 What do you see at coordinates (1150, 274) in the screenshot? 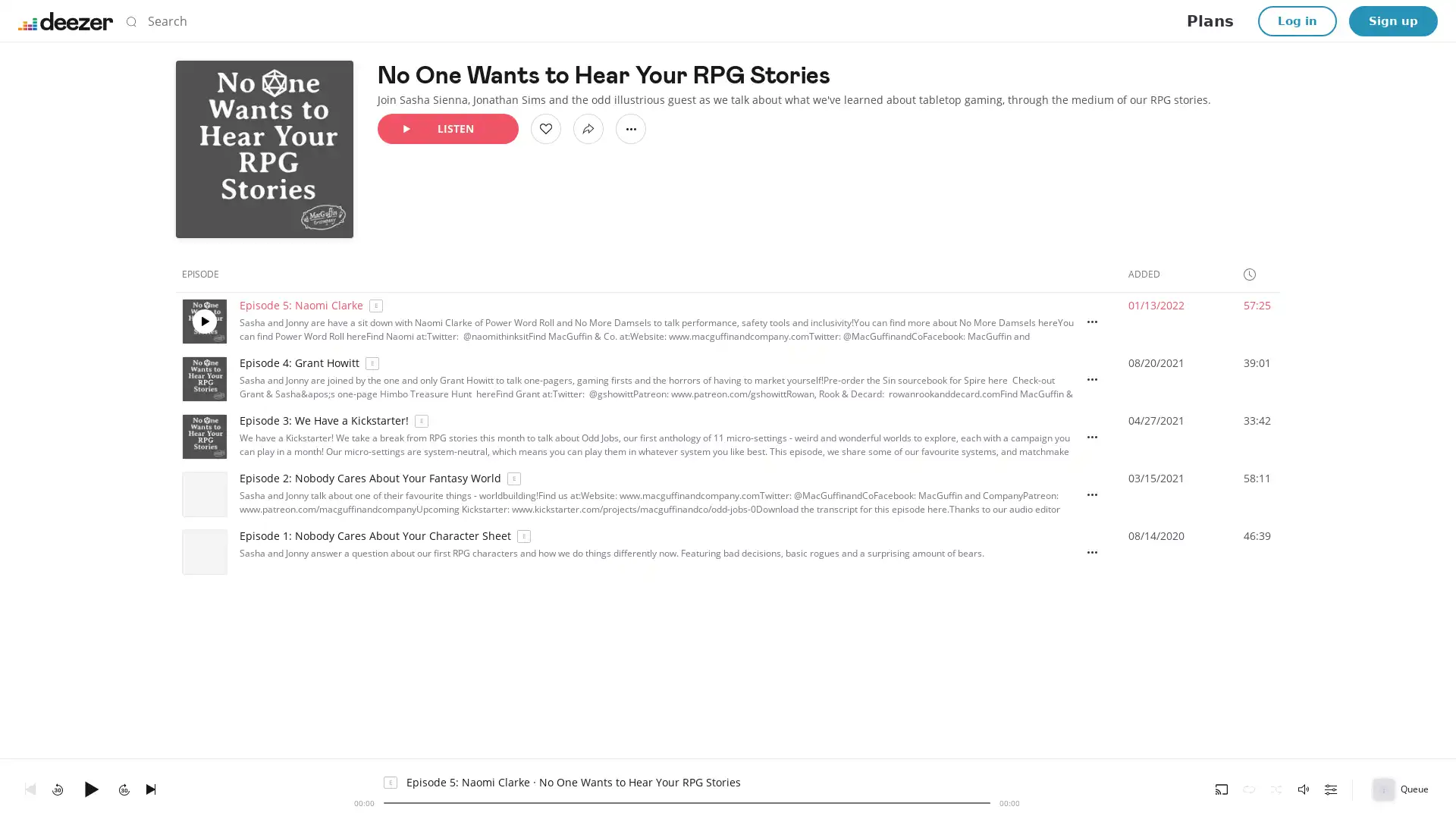
I see `ADDED` at bounding box center [1150, 274].